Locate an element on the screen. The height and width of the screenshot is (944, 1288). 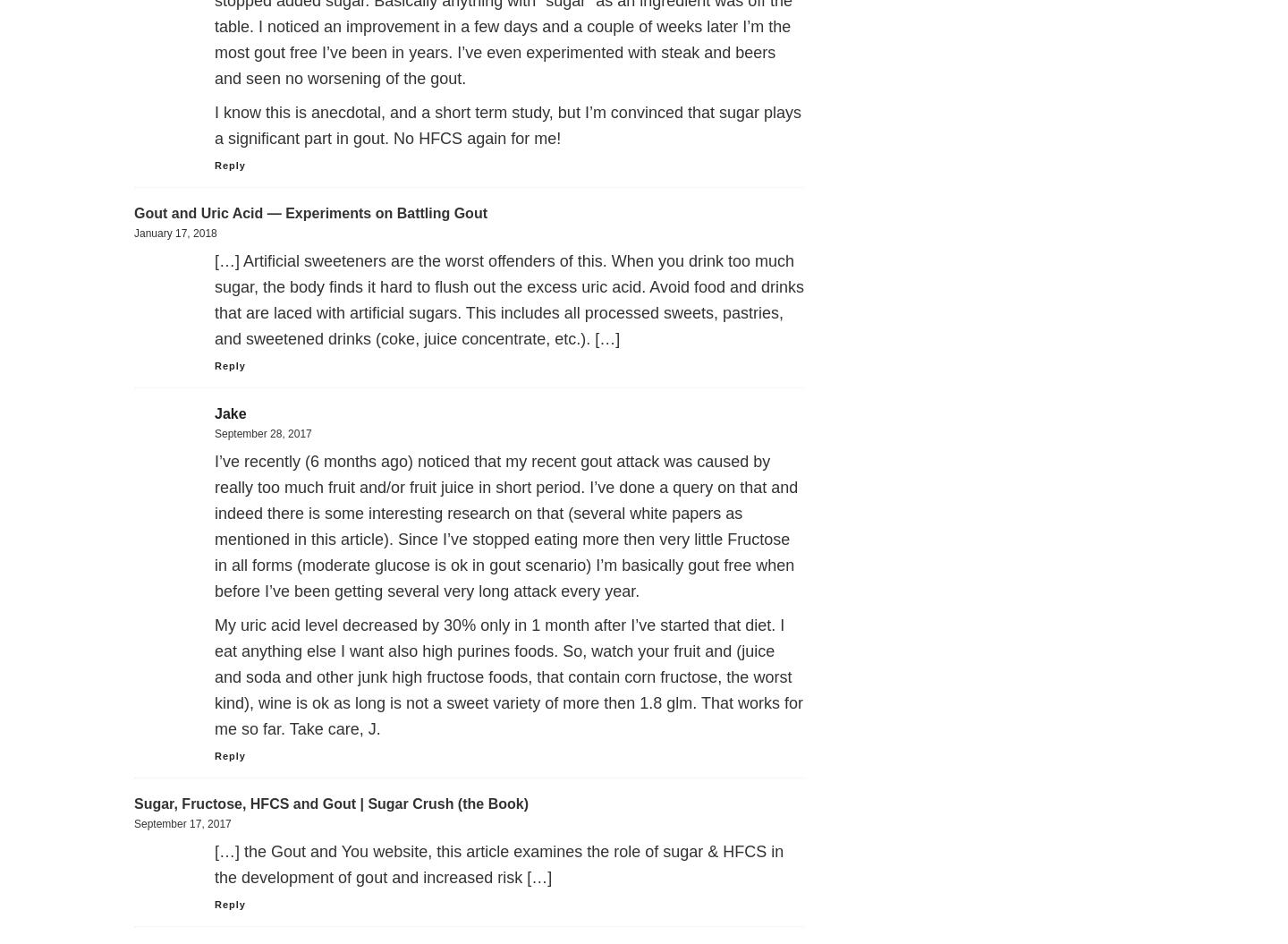
'[…] Artificial sweeteners are the worst offenders of this. When you drink too much sugar, the body finds it hard to flush out the excess uric acid. Avoid food and drinks that are laced with artificial sugars. This includes all processed sweets, pastries, and sweetened drinks (coke, juice concentrate, etc.). […]' is located at coordinates (509, 299).